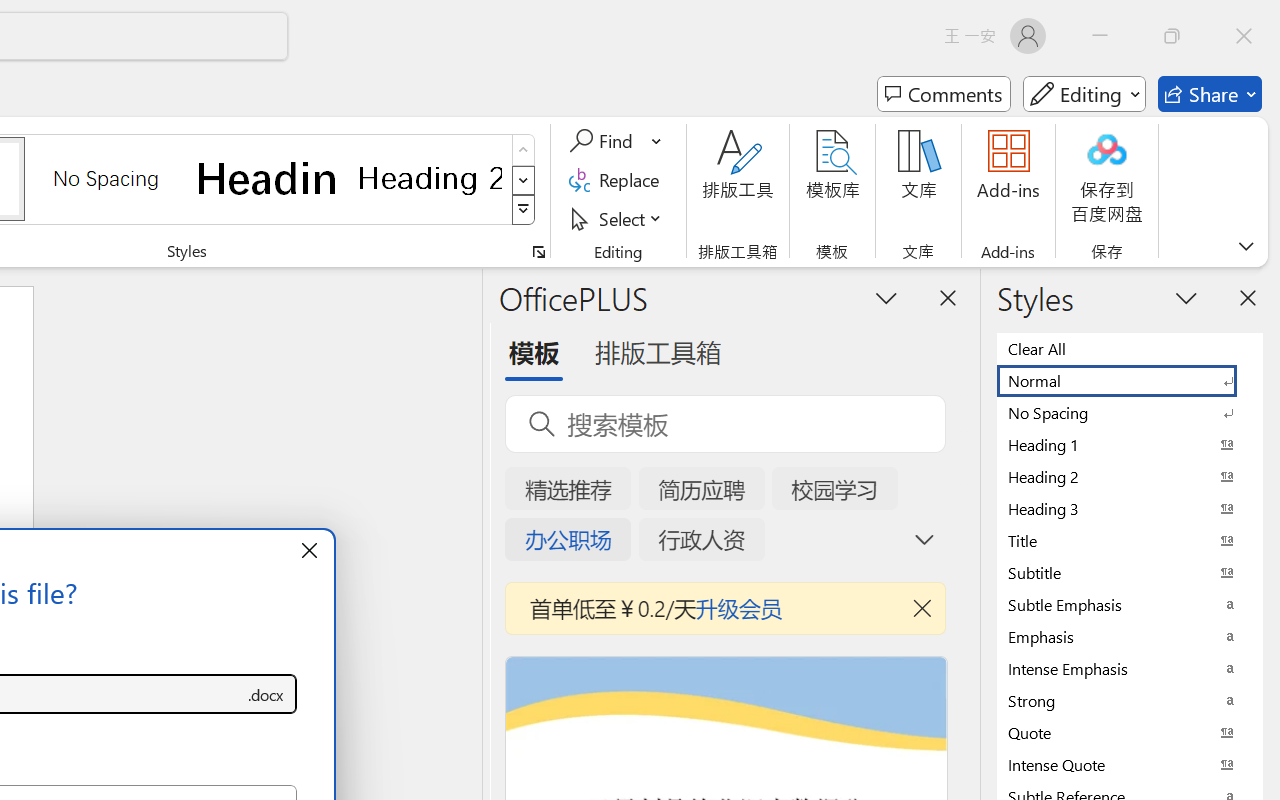 Image resolution: width=1280 pixels, height=800 pixels. What do you see at coordinates (538, 251) in the screenshot?
I see `'Styles...'` at bounding box center [538, 251].